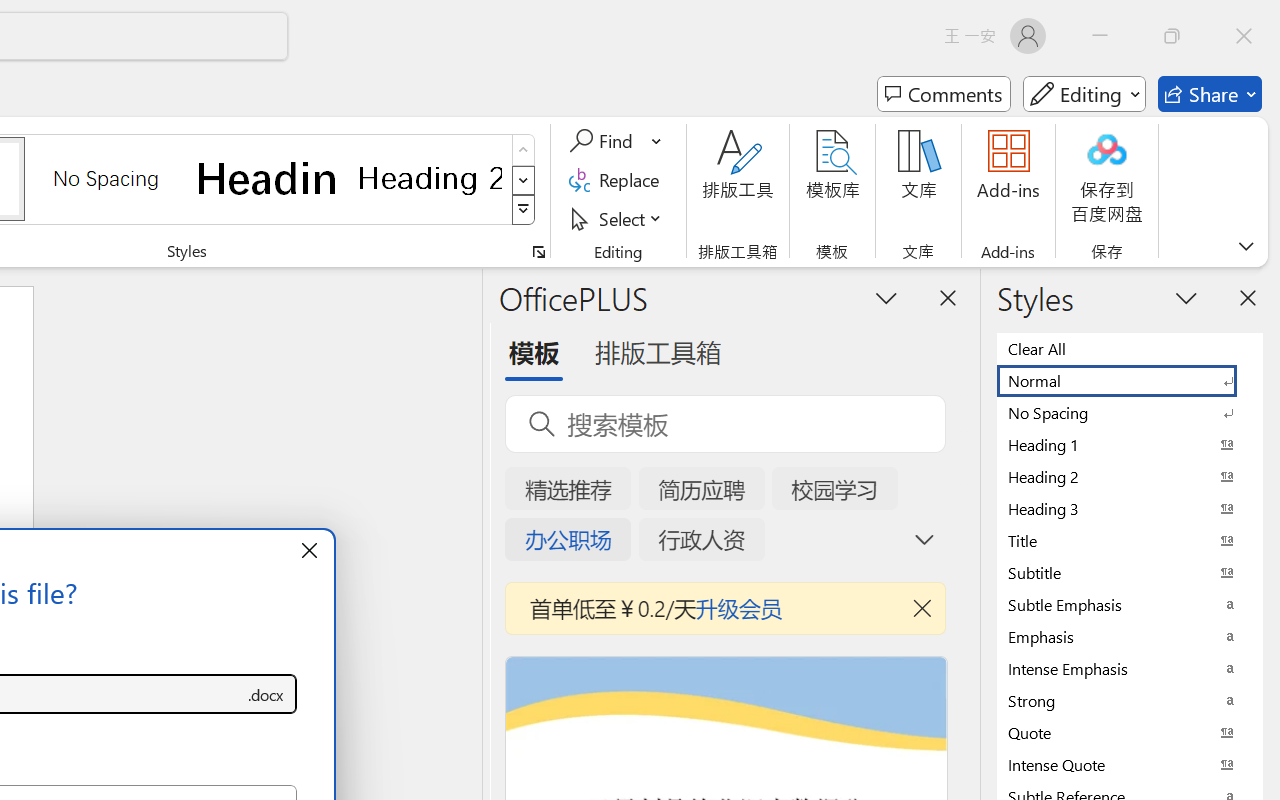 Image resolution: width=1280 pixels, height=800 pixels. What do you see at coordinates (538, 251) in the screenshot?
I see `'Styles...'` at bounding box center [538, 251].